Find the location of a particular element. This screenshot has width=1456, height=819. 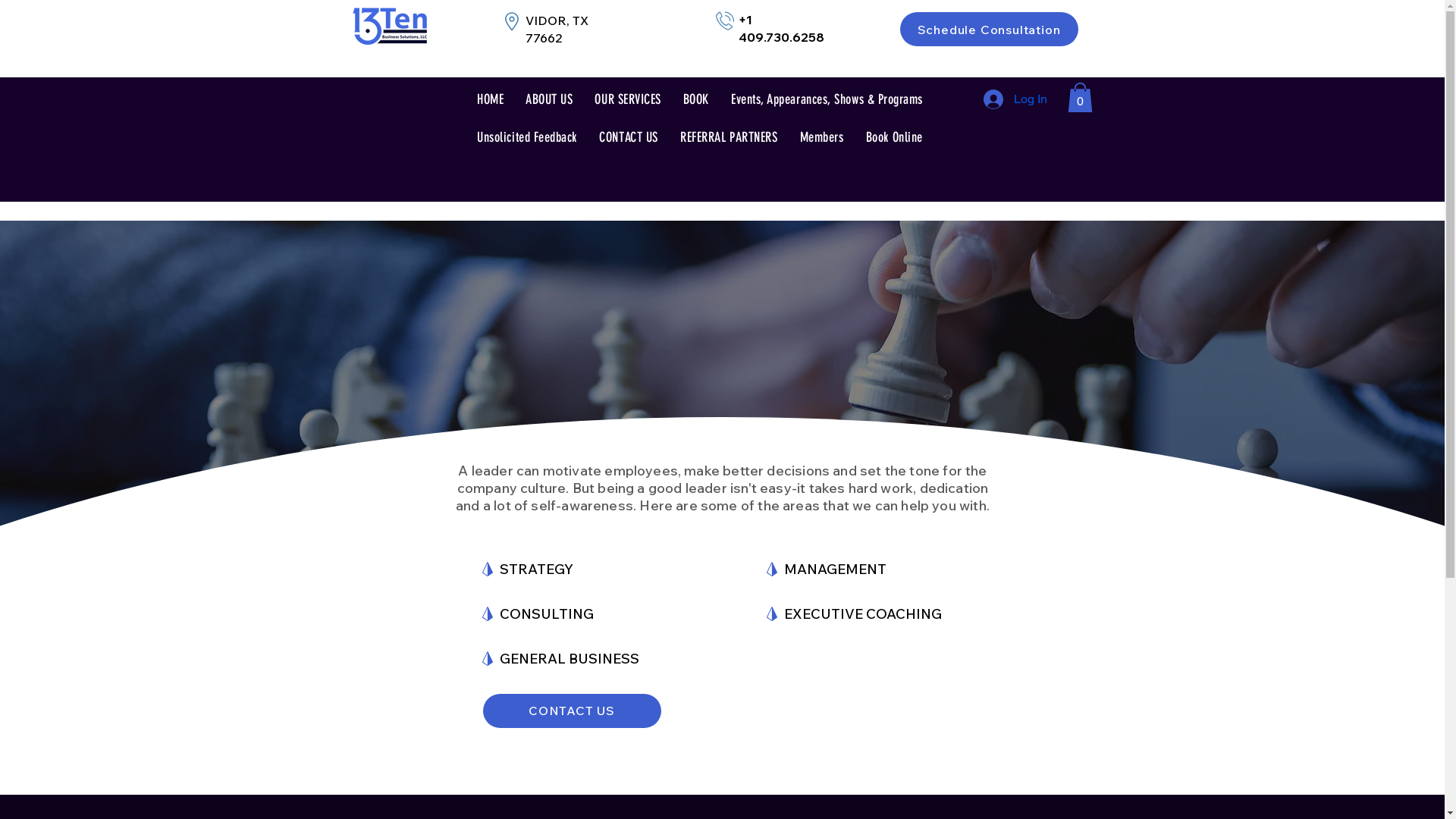

'Unsolicited Feedback' is located at coordinates (526, 137).